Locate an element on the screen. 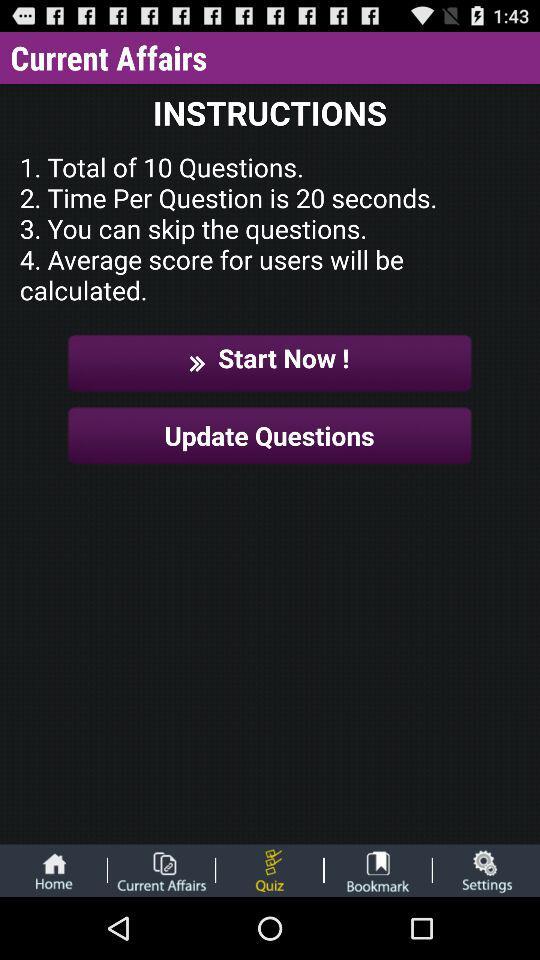  bookmark is located at coordinates (378, 869).